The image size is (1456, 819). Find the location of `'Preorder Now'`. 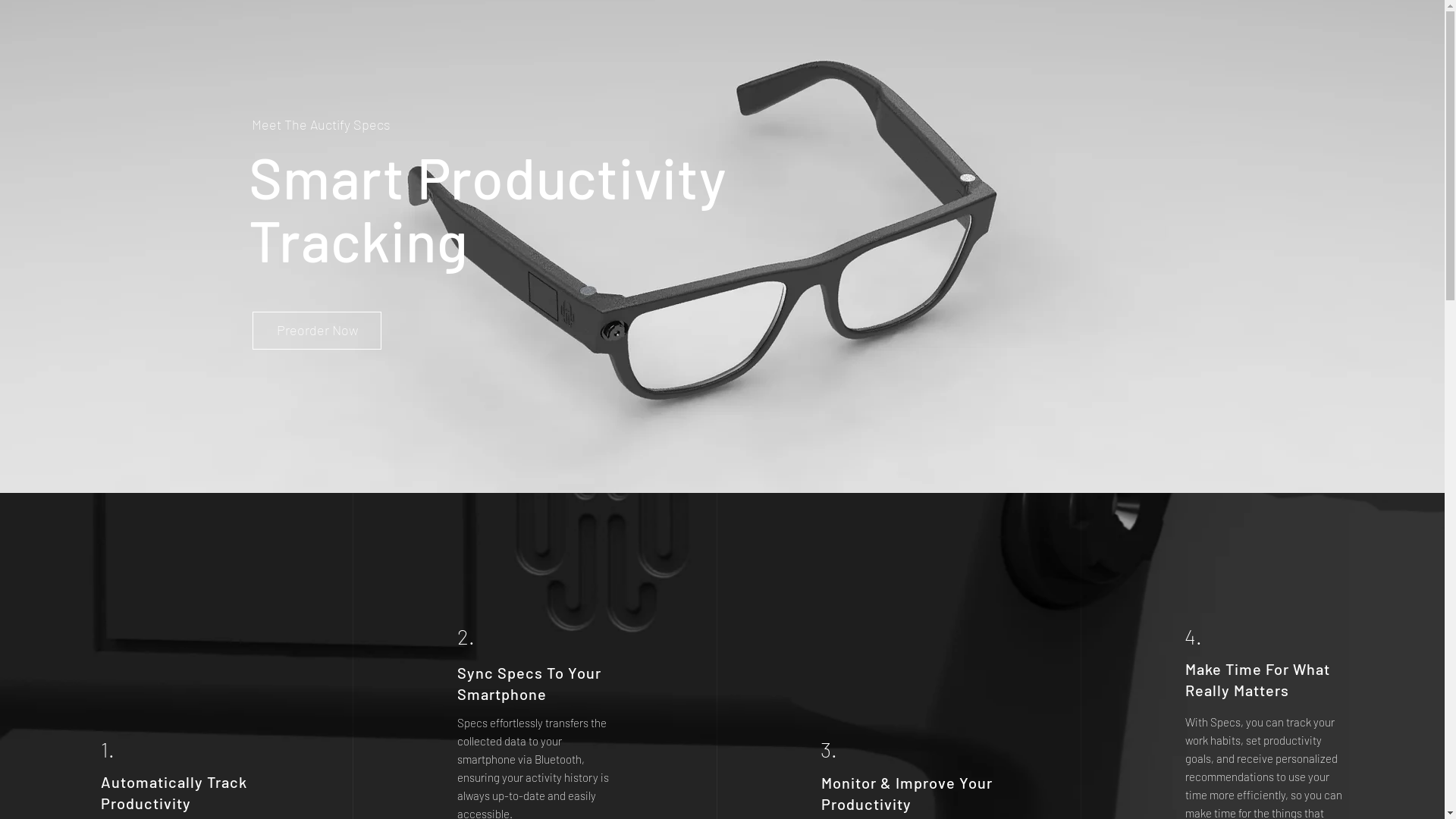

'Preorder Now' is located at coordinates (252, 329).